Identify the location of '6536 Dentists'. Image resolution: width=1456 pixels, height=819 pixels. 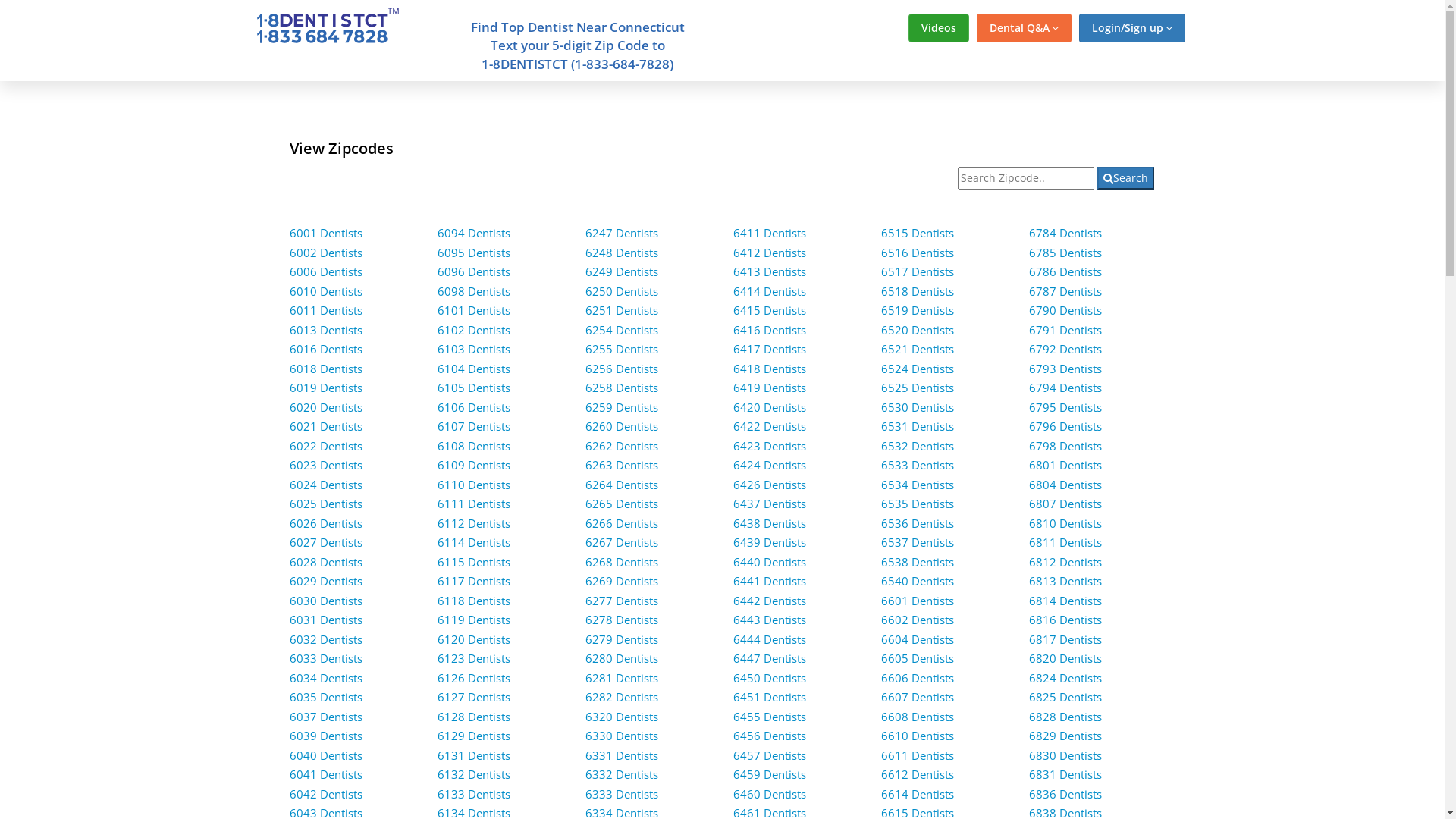
(916, 522).